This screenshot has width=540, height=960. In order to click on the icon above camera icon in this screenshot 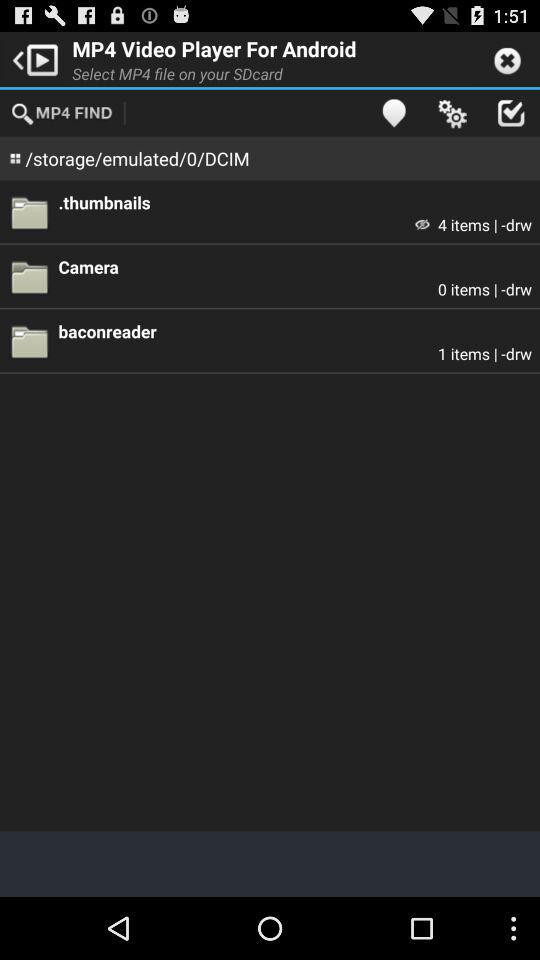, I will do `click(421, 224)`.